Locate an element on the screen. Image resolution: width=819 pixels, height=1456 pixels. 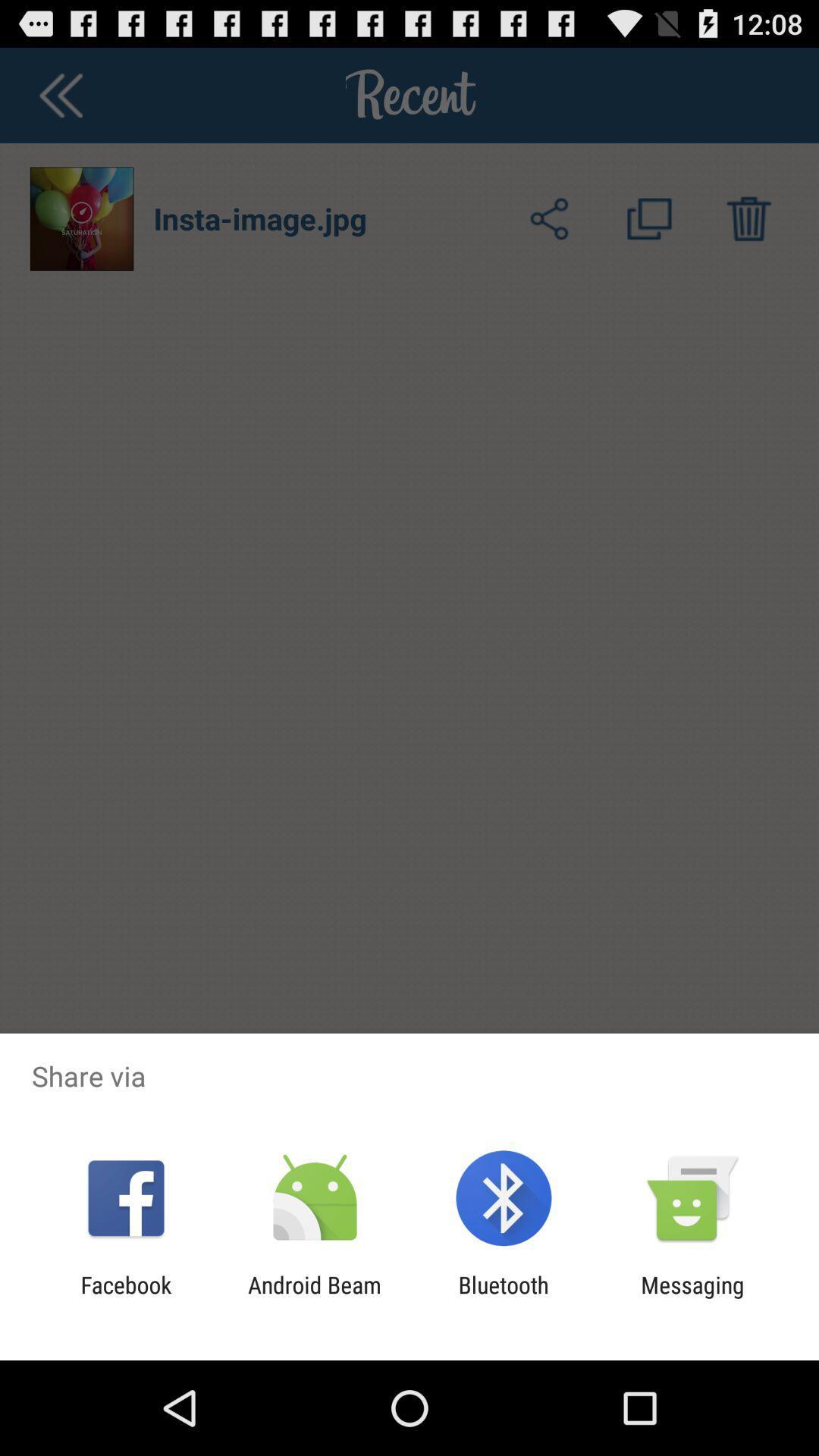
item next to the messaging is located at coordinates (504, 1298).